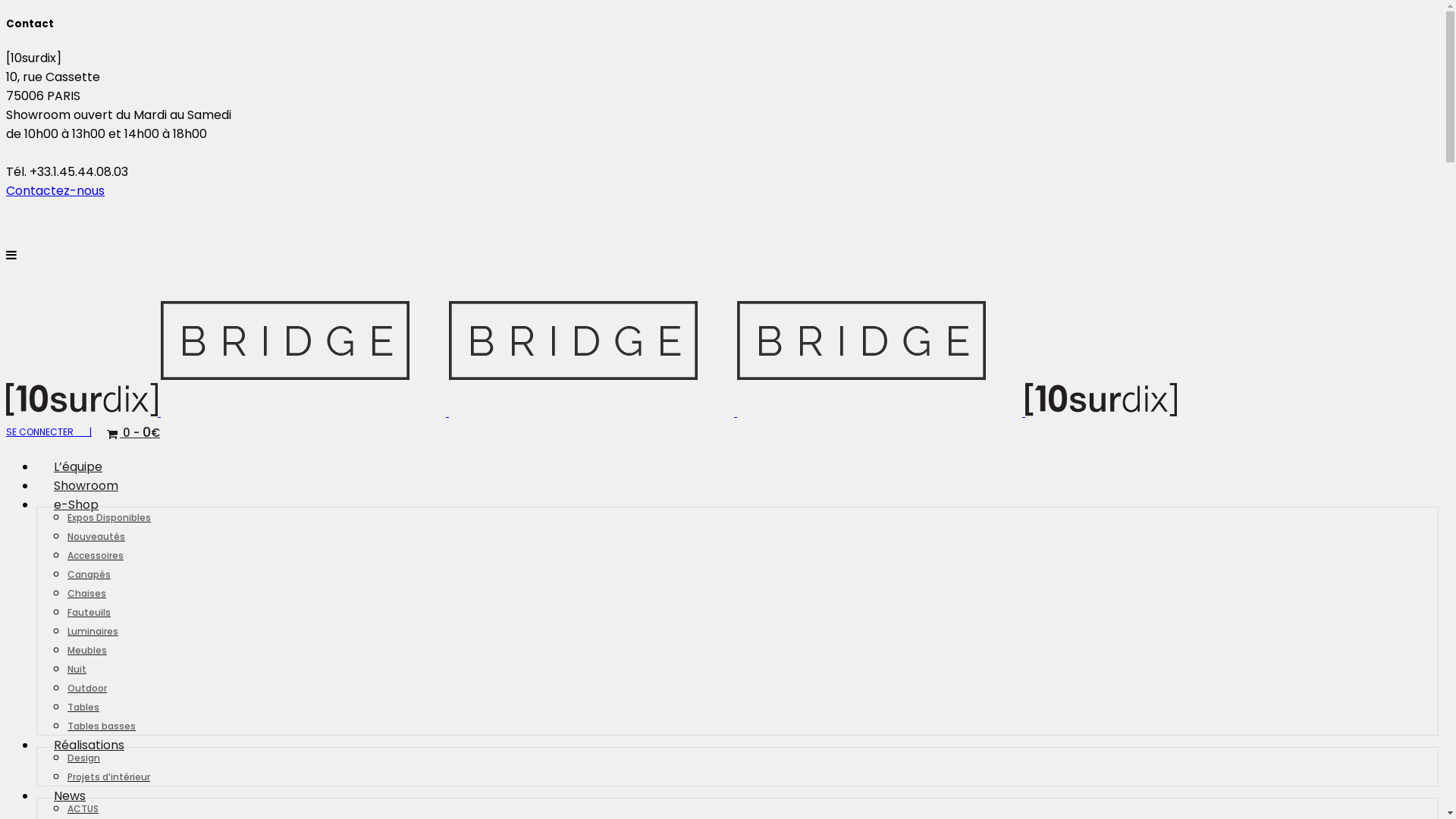 The image size is (1456, 819). I want to click on 'Outdoor', so click(86, 687).